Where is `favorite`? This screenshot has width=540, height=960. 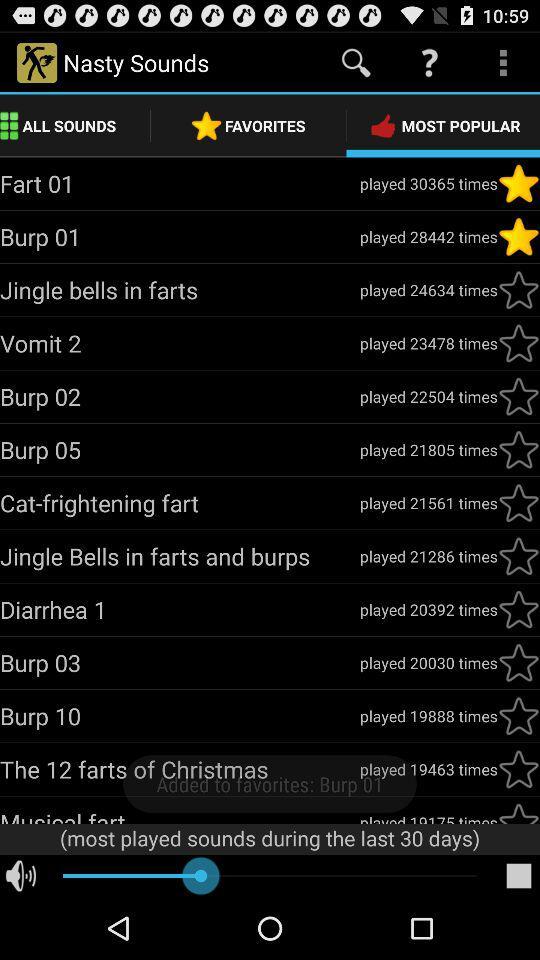
favorite is located at coordinates (518, 289).